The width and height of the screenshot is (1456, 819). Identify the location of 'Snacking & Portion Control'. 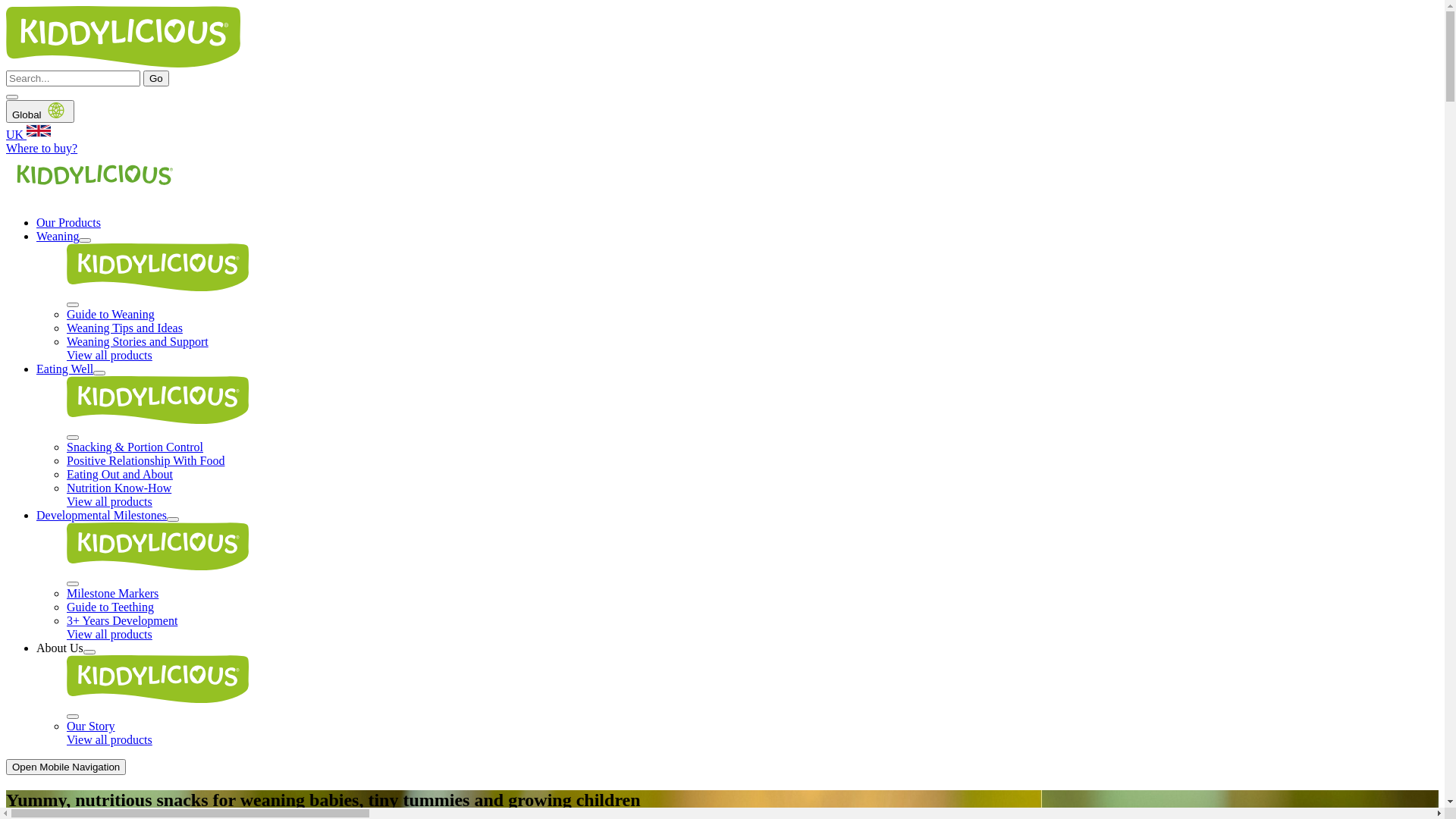
(134, 446).